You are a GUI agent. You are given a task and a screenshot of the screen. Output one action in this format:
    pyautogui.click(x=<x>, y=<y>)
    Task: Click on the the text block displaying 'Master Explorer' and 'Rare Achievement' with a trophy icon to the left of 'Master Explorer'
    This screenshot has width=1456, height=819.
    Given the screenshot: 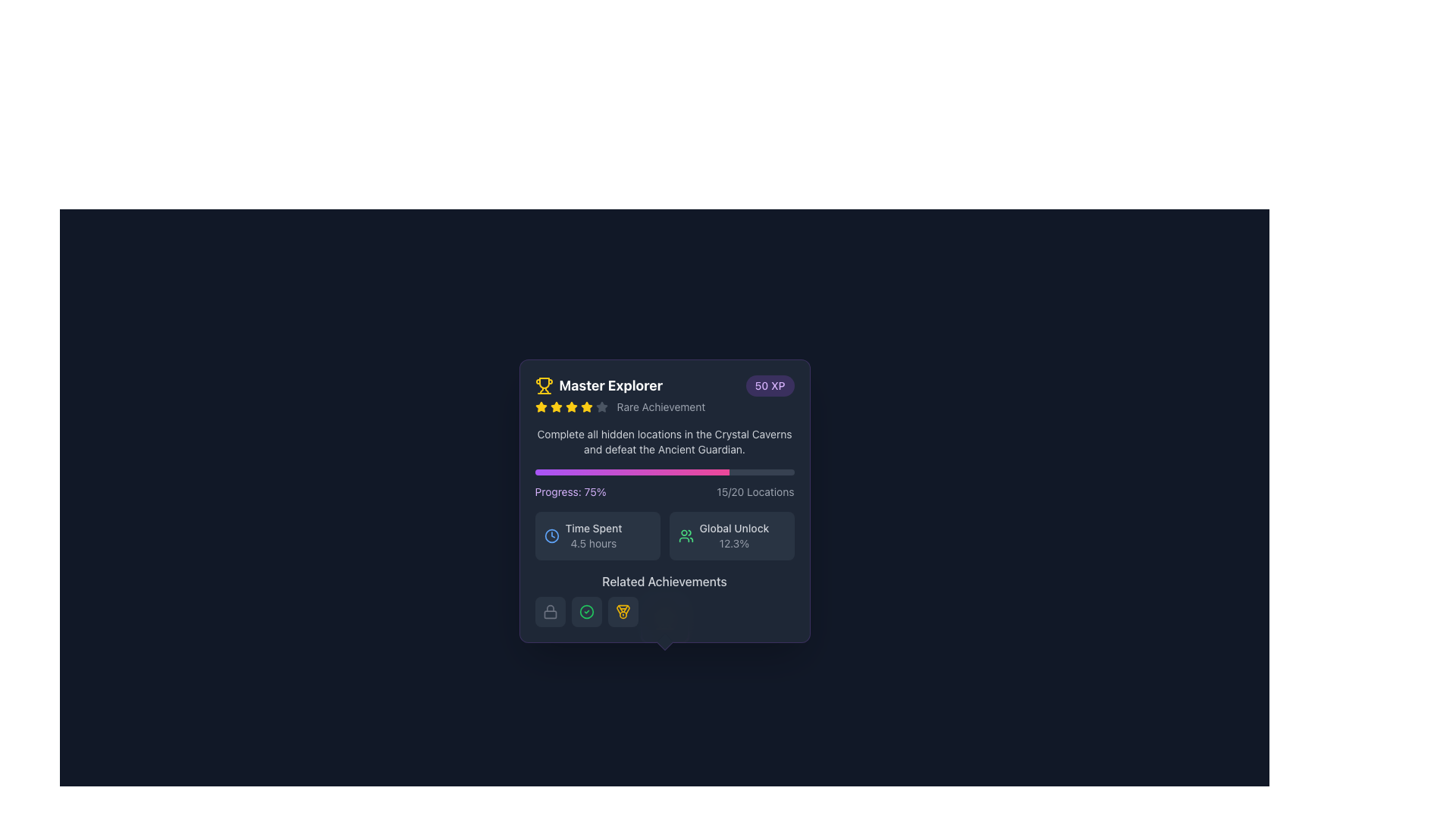 What is the action you would take?
    pyautogui.click(x=620, y=394)
    